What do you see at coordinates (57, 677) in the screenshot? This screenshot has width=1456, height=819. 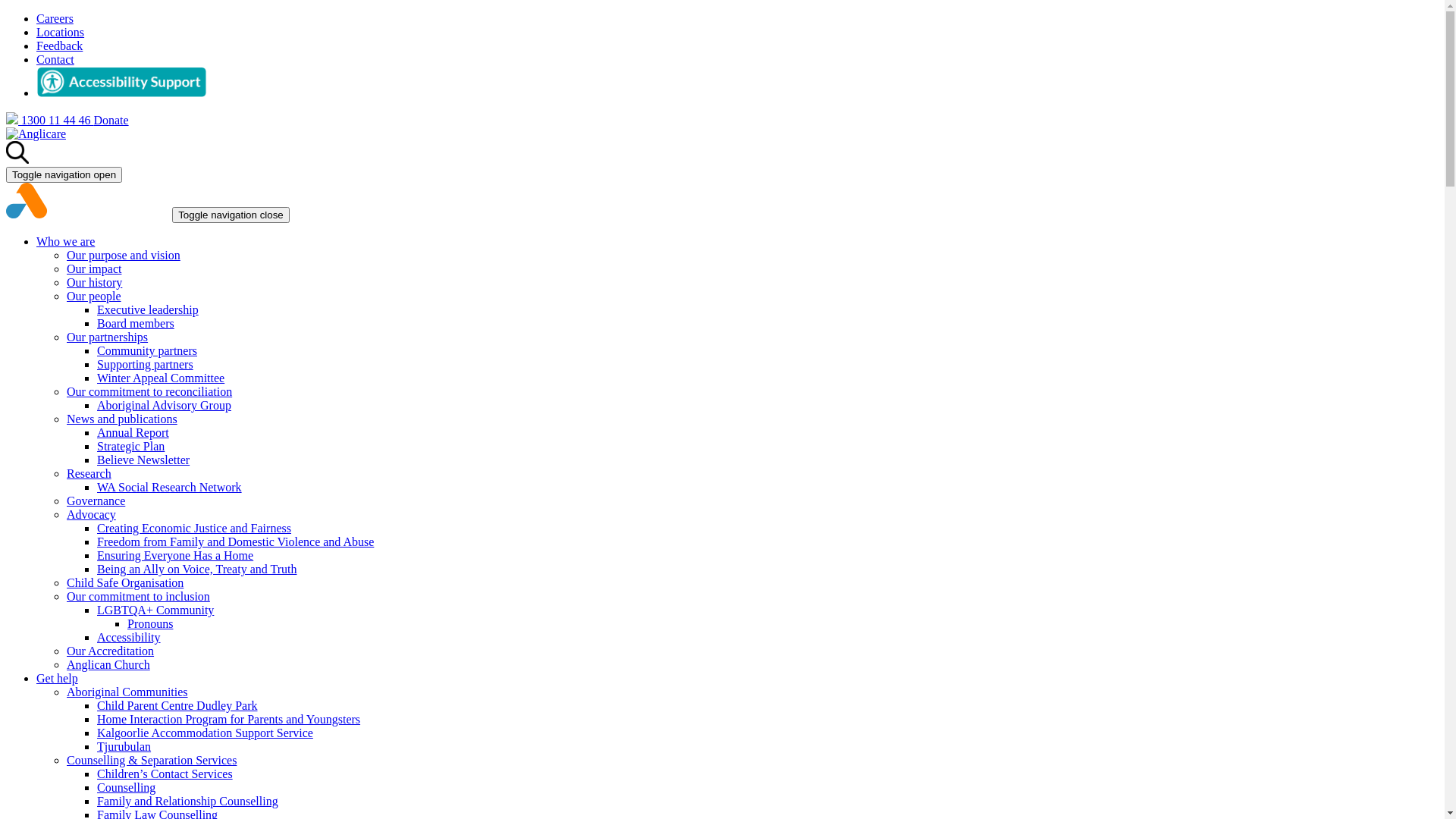 I see `'Get help'` at bounding box center [57, 677].